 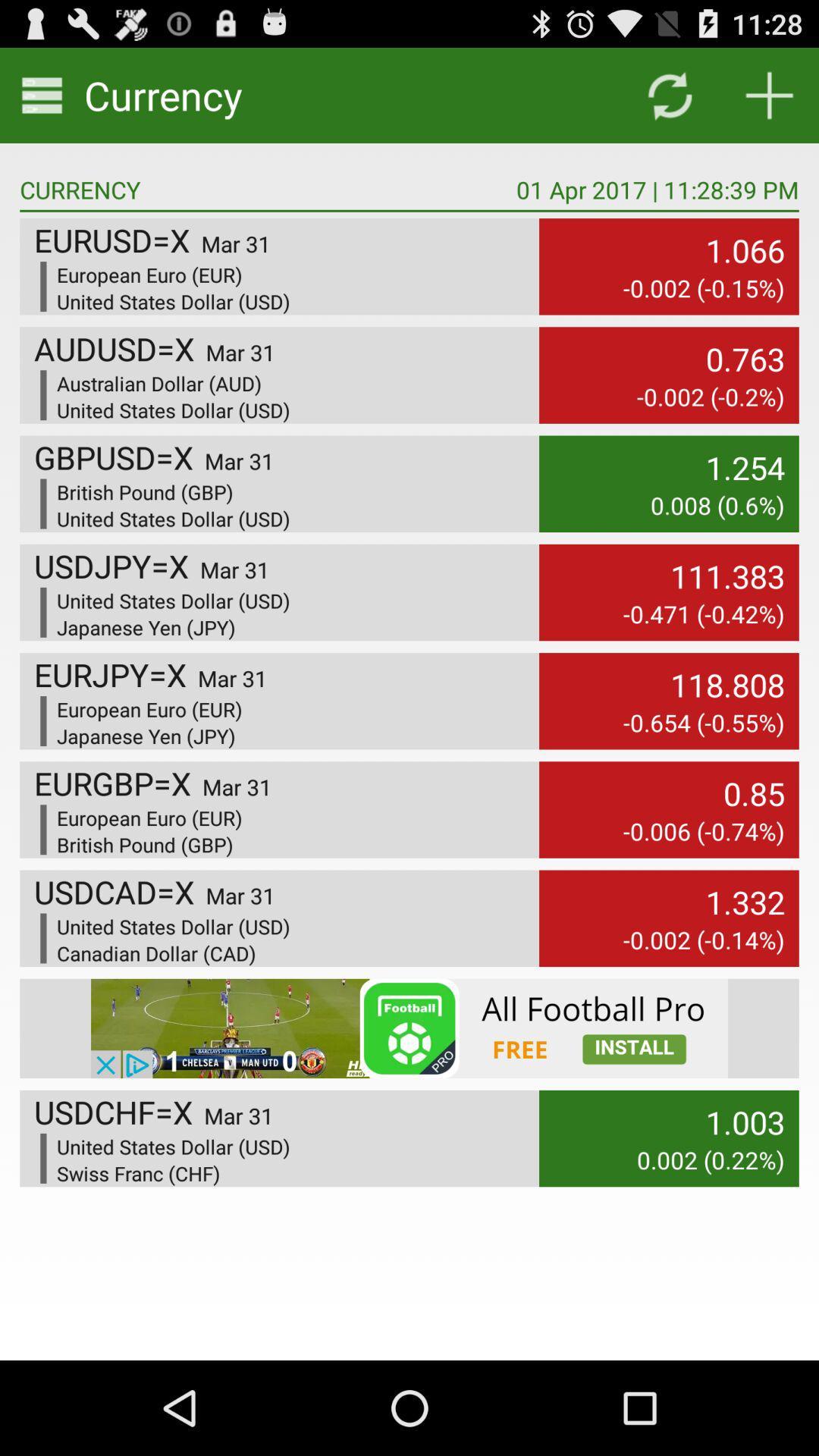 What do you see at coordinates (669, 94) in the screenshot?
I see `reload the page` at bounding box center [669, 94].